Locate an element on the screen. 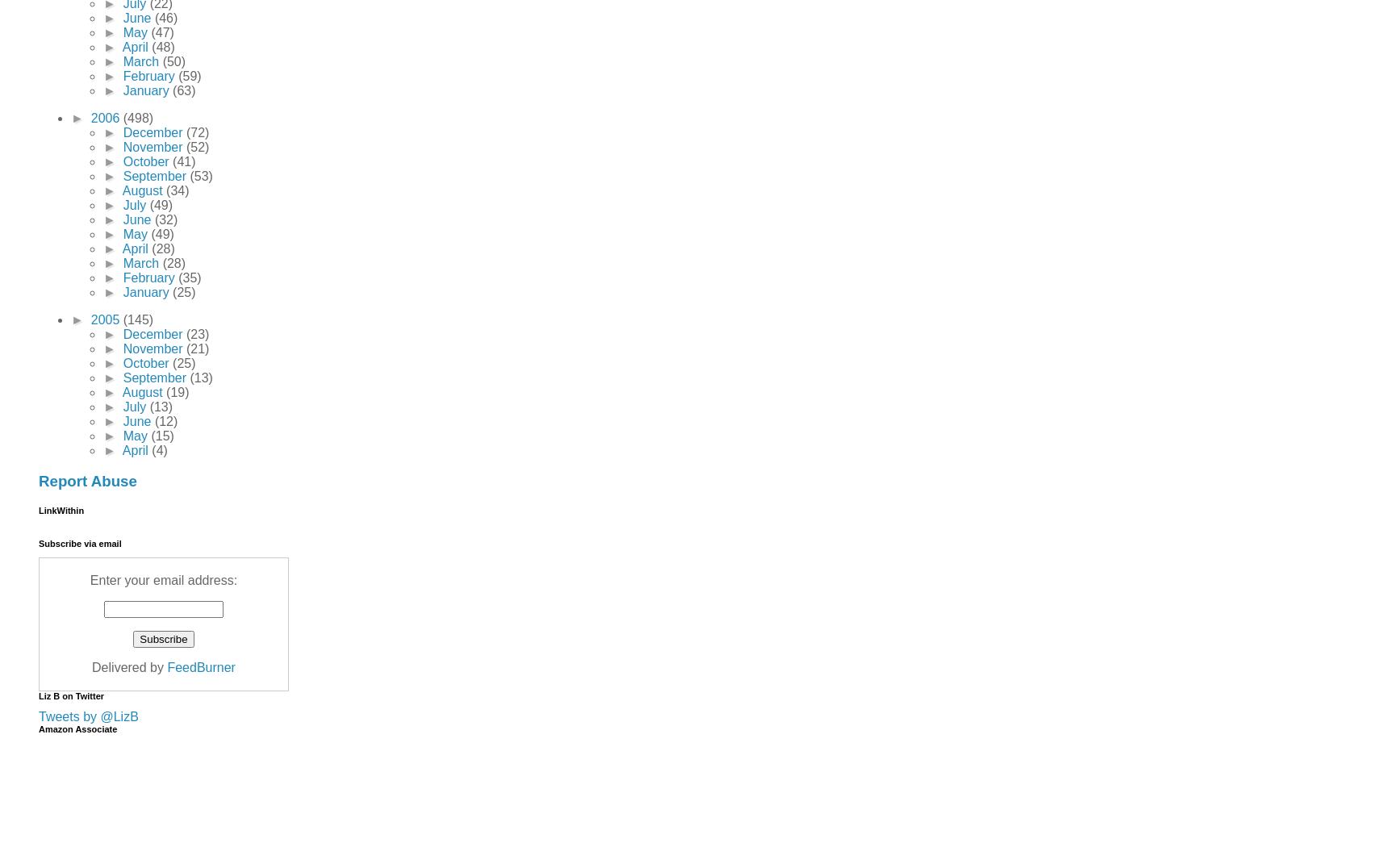 This screenshot has height=868, width=1379. '(21)' is located at coordinates (196, 348).